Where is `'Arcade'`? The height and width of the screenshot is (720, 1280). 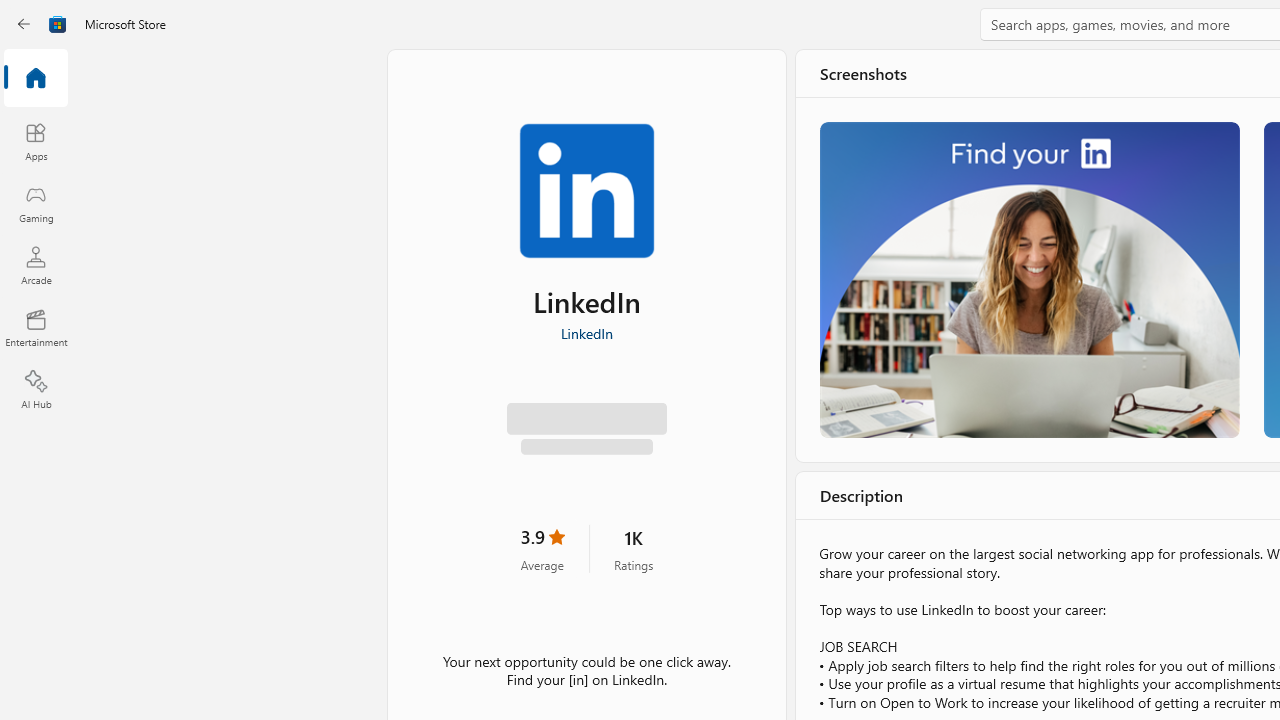 'Arcade' is located at coordinates (35, 264).